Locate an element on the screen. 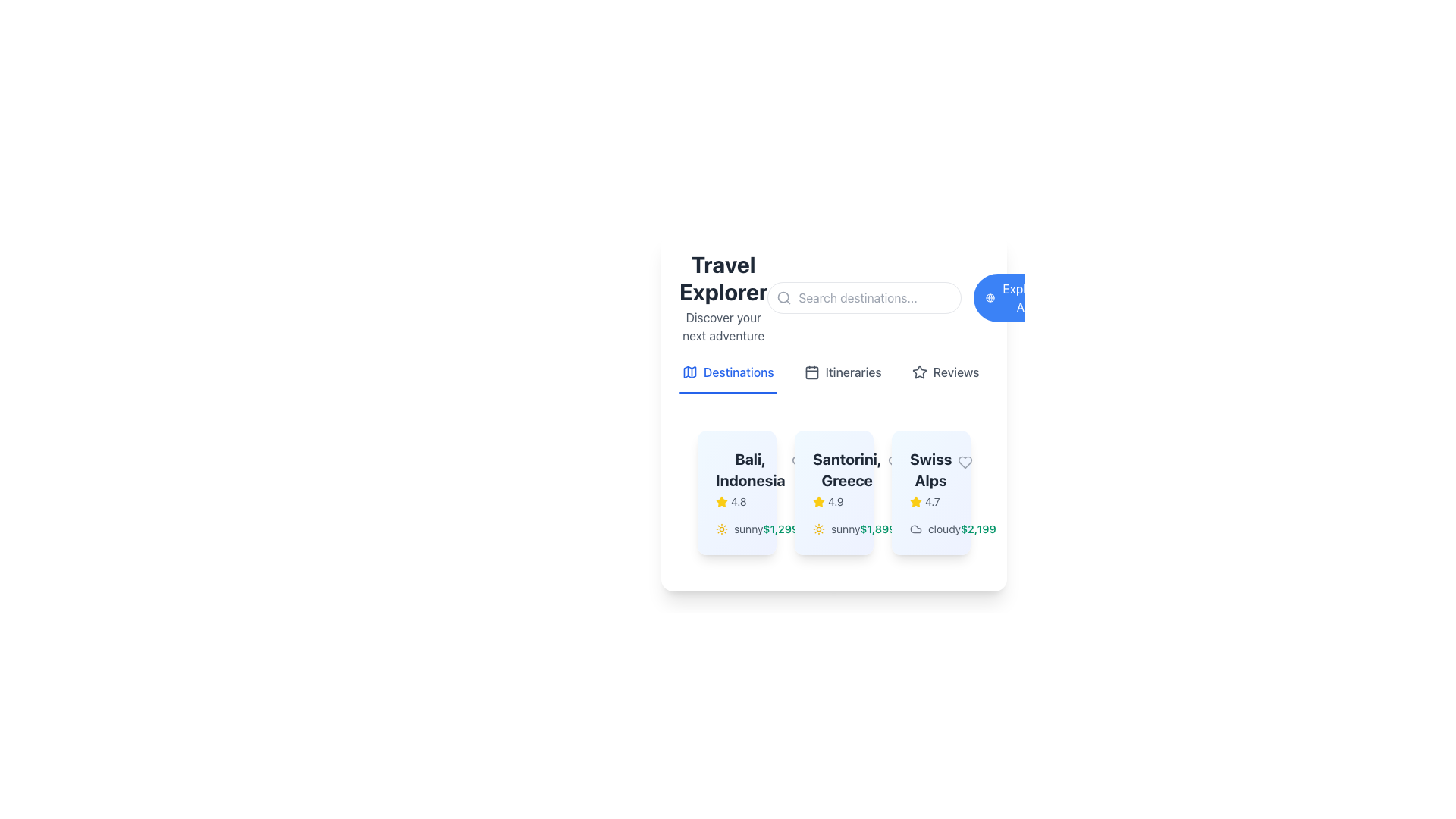 The image size is (1456, 819). the Text input field to focus it, which is located to the right of the 'Travel Explorer' title and the text 'Discover your next adventure' is located at coordinates (864, 298).